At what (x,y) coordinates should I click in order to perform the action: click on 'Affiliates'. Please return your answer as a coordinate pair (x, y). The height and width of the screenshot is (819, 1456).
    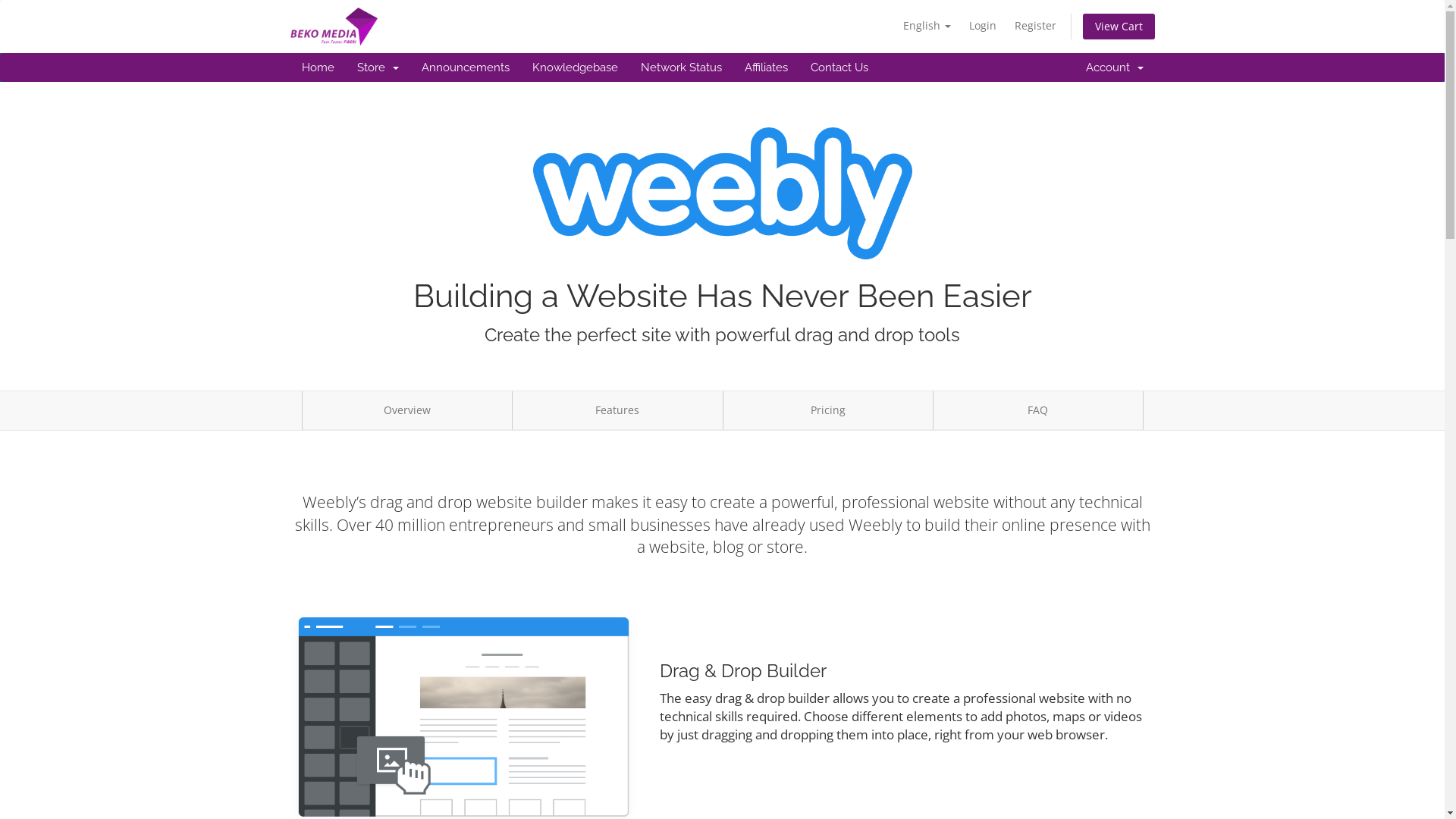
    Looking at the image, I should click on (765, 66).